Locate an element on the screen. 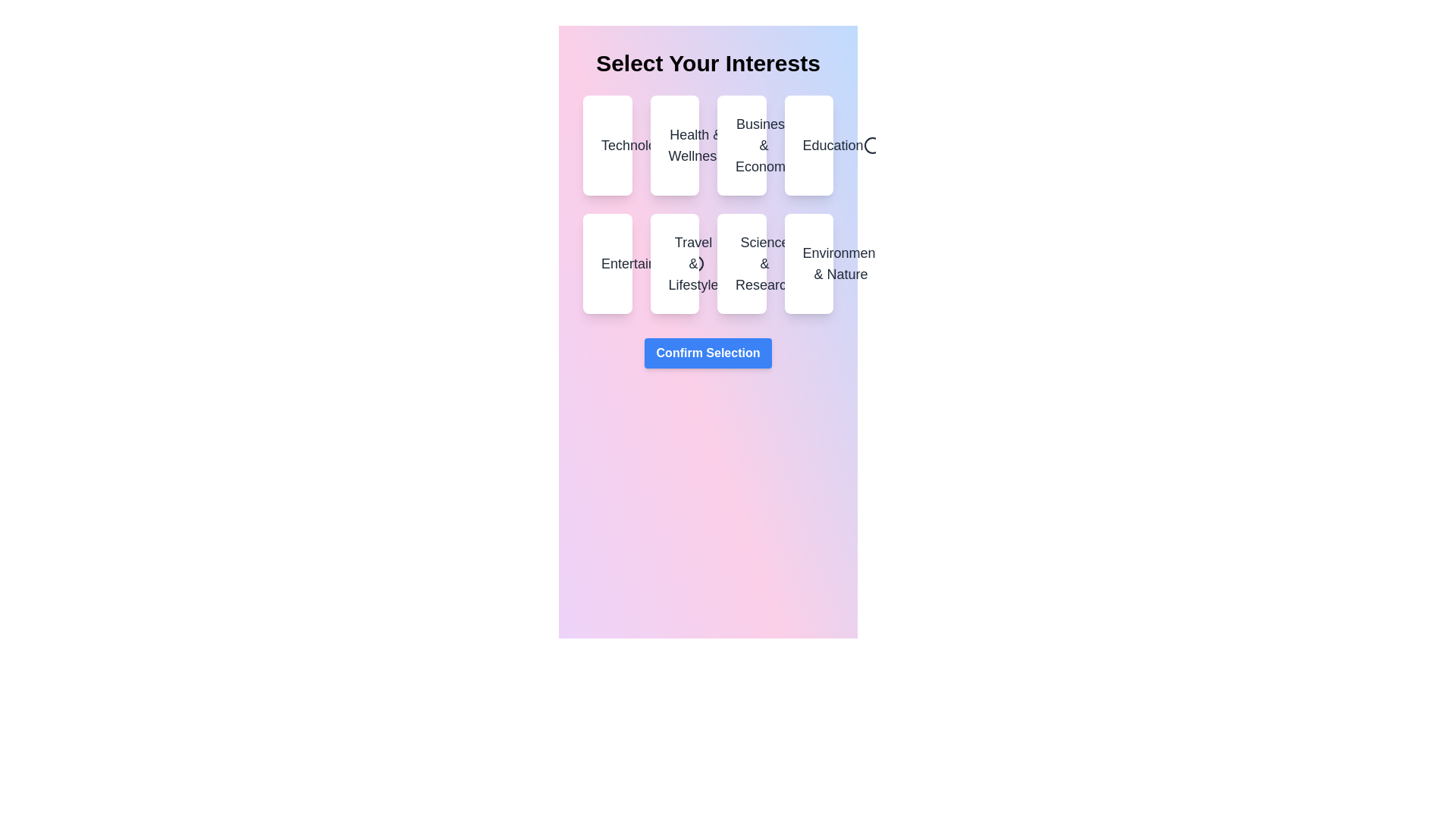 The height and width of the screenshot is (819, 1456). the category Health & Wellness to see the hover effect is located at coordinates (673, 146).